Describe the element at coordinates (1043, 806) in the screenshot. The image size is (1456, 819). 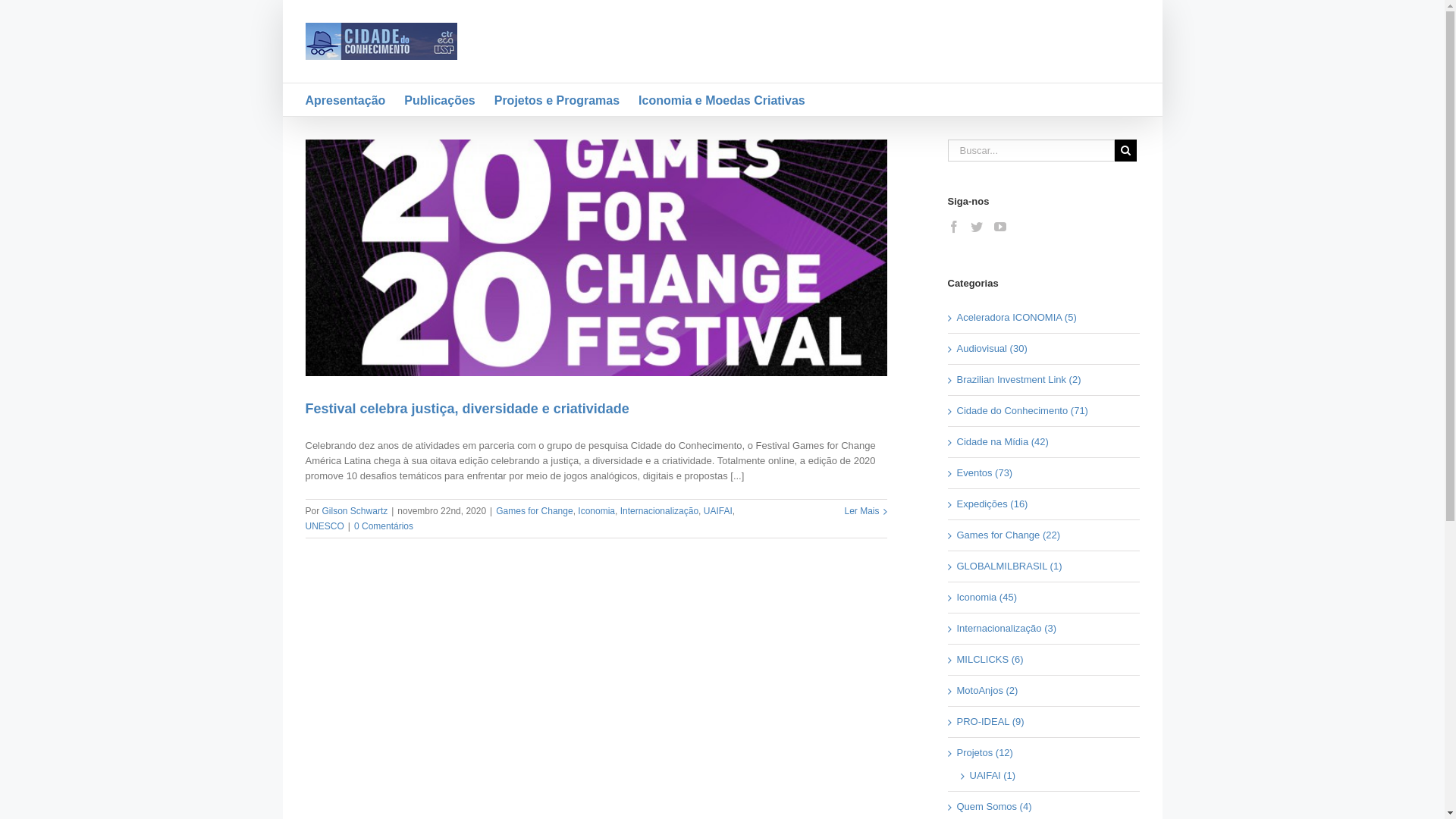
I see `'Quem Somos (4)'` at that location.